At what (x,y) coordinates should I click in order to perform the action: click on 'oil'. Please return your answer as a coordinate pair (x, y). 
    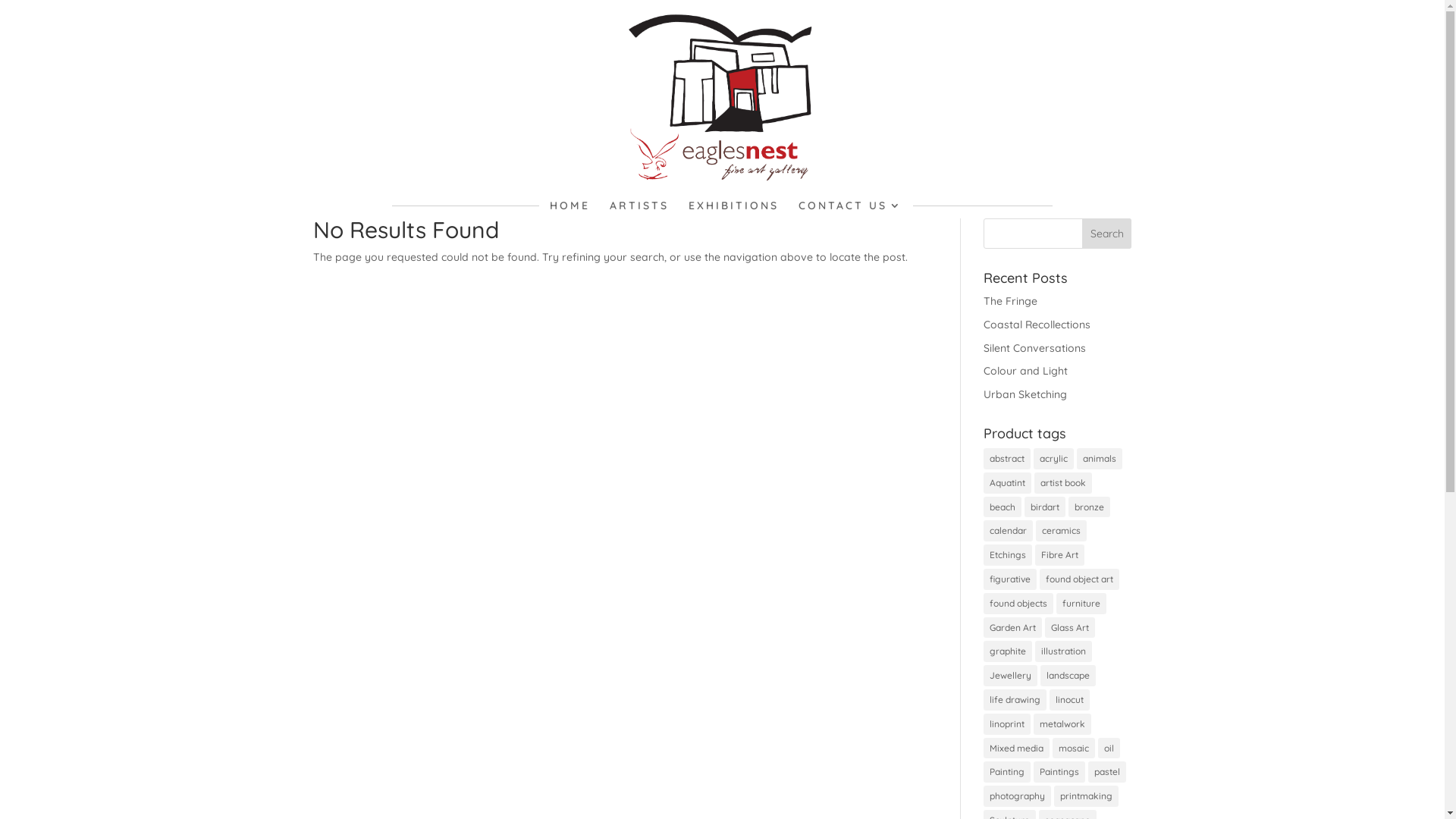
    Looking at the image, I should click on (1098, 748).